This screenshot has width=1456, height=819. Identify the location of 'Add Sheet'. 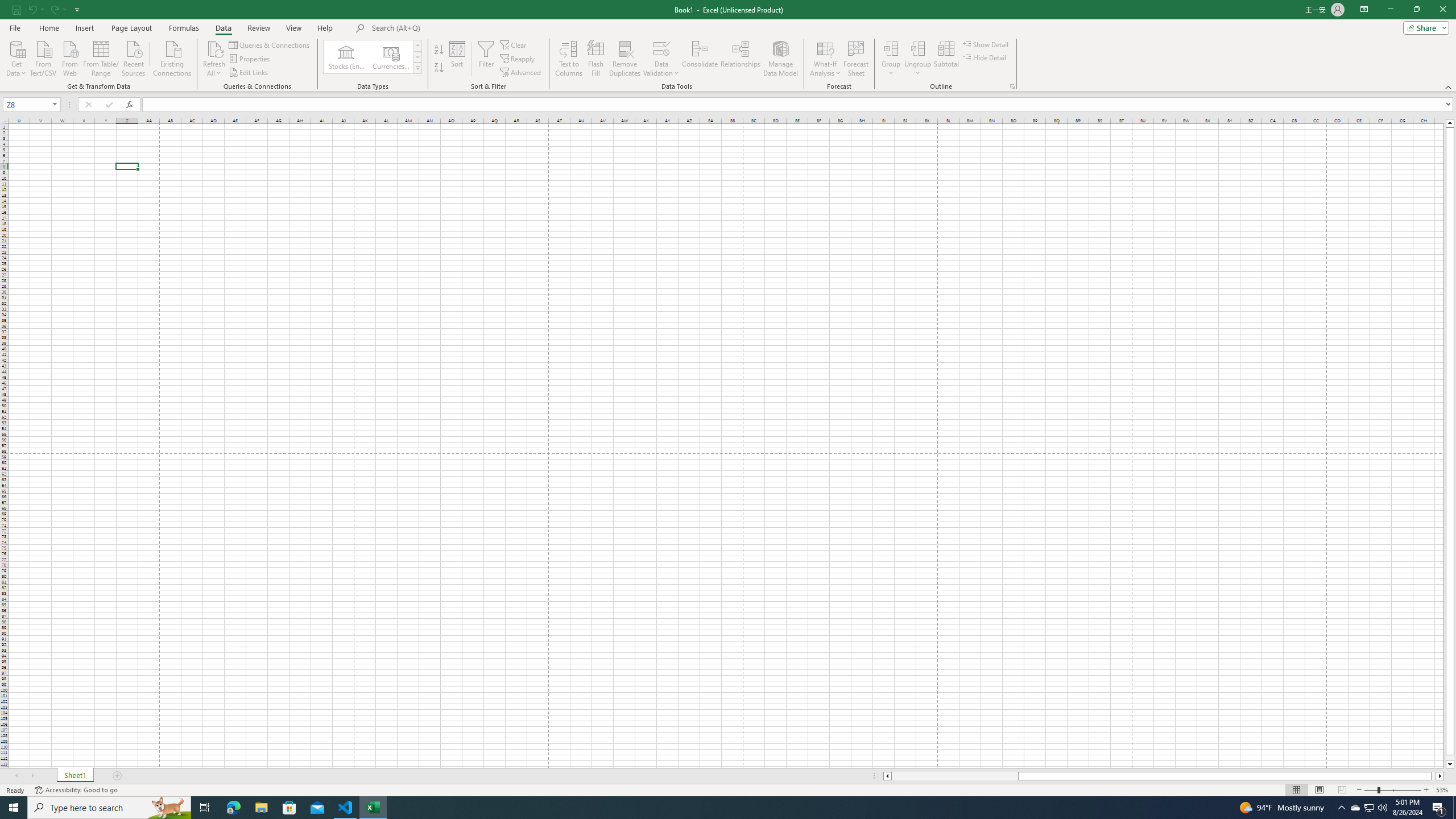
(117, 775).